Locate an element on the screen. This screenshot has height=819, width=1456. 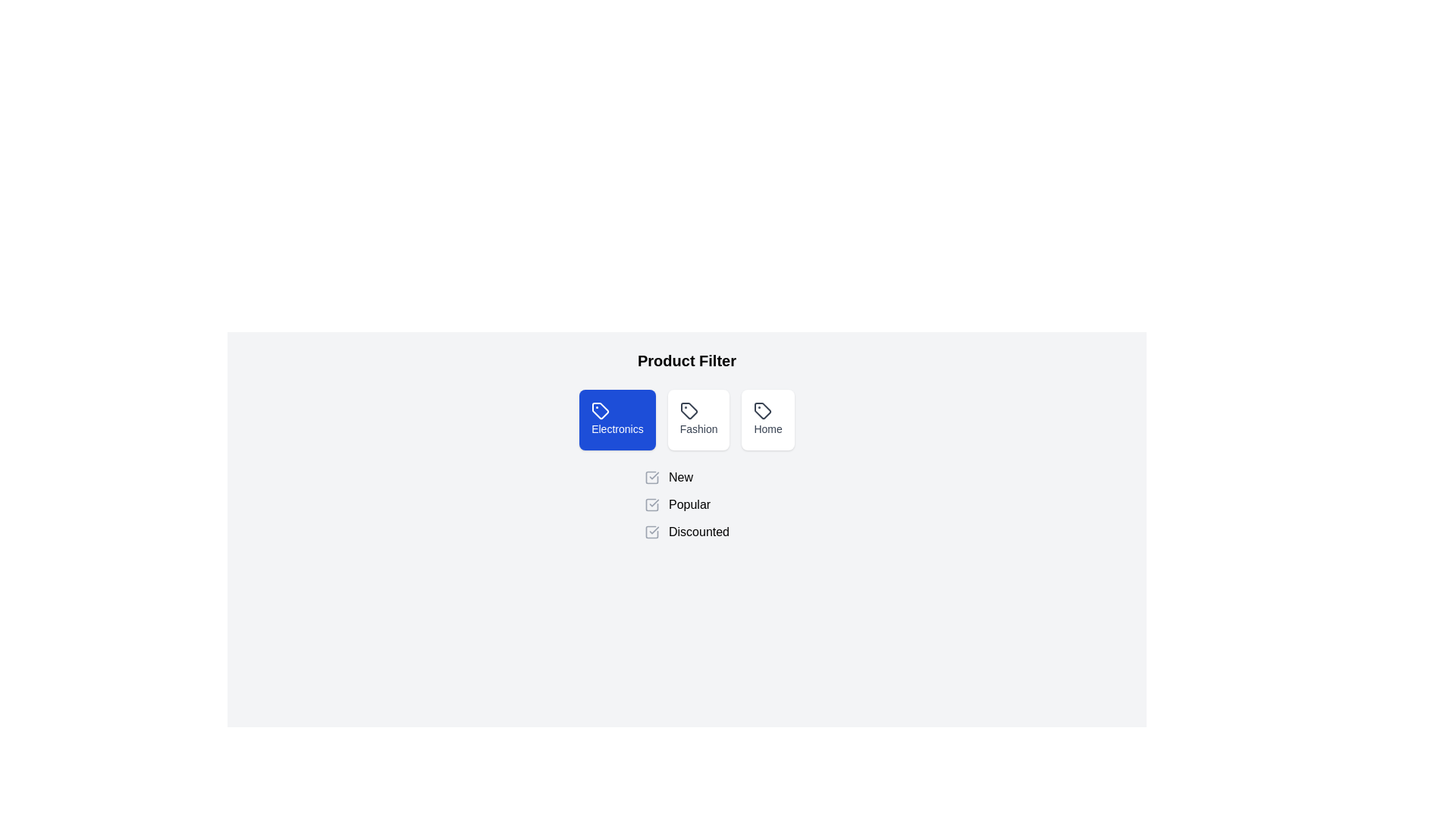
the 'Discounted' filter checkbox to toggle its state is located at coordinates (651, 532).